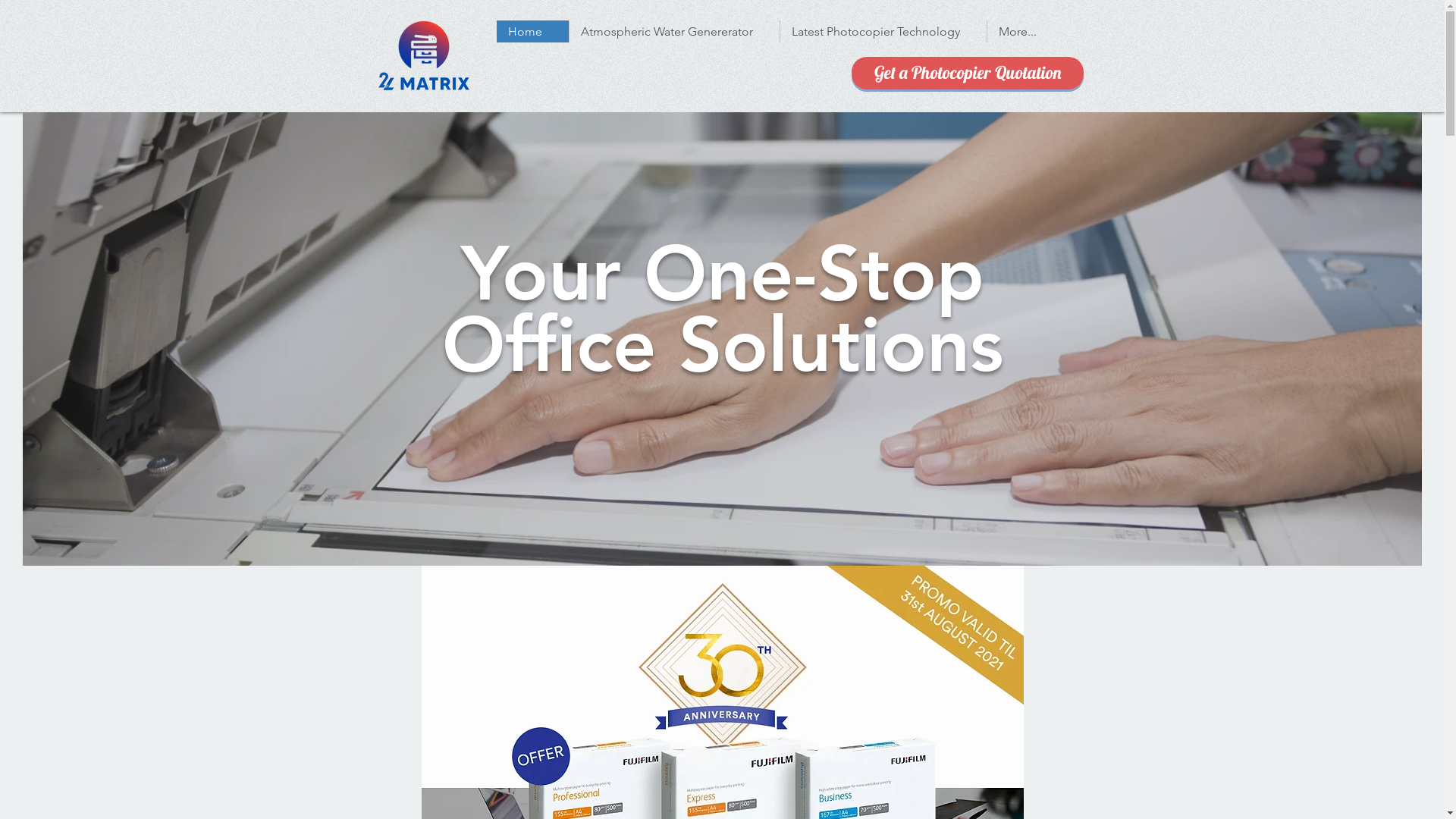  Describe the element at coordinates (673, 31) in the screenshot. I see `'Atmospheric Water Genererator'` at that location.